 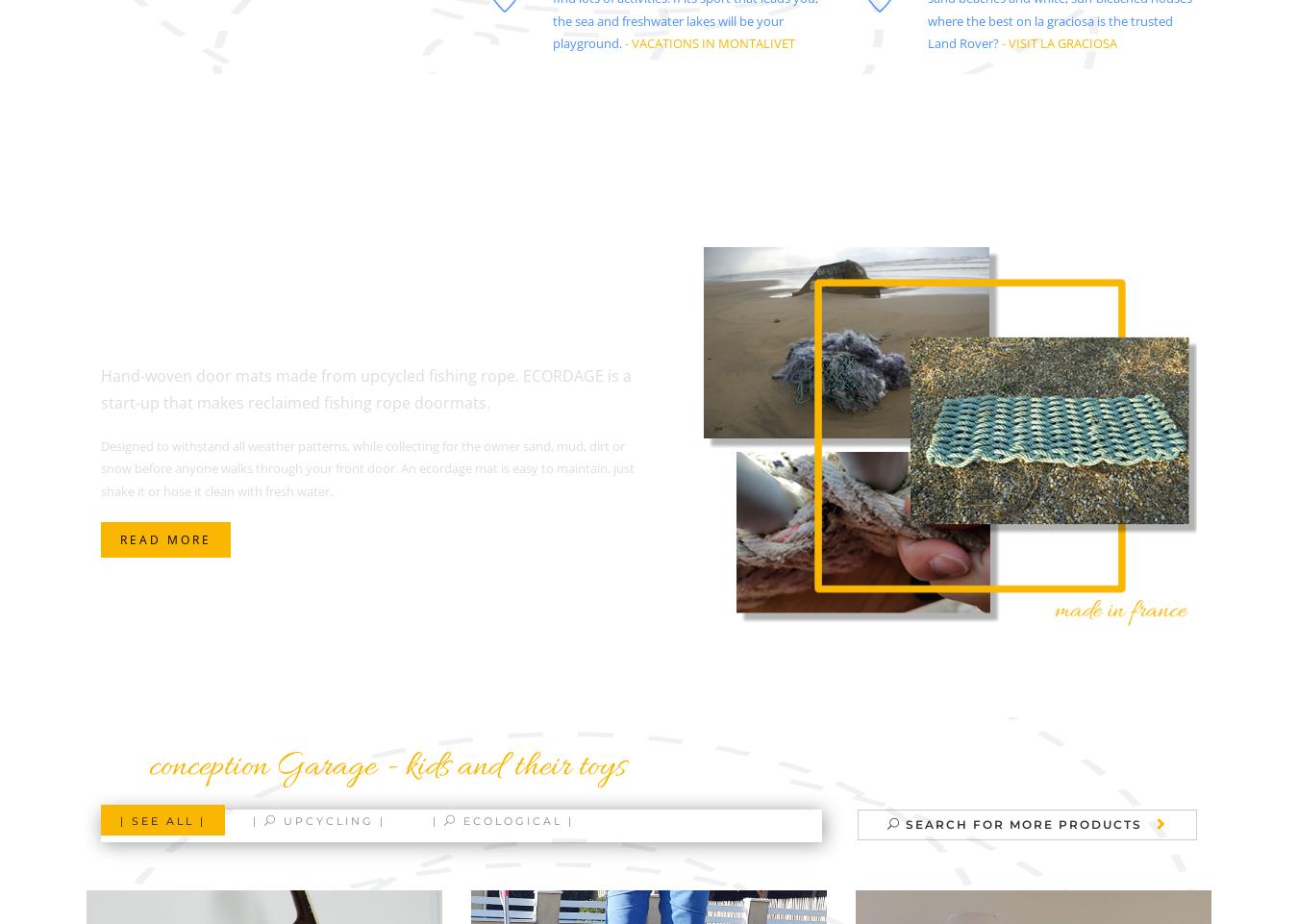 What do you see at coordinates (387, 766) in the screenshot?
I see `'conception Garage - kids and their toys'` at bounding box center [387, 766].